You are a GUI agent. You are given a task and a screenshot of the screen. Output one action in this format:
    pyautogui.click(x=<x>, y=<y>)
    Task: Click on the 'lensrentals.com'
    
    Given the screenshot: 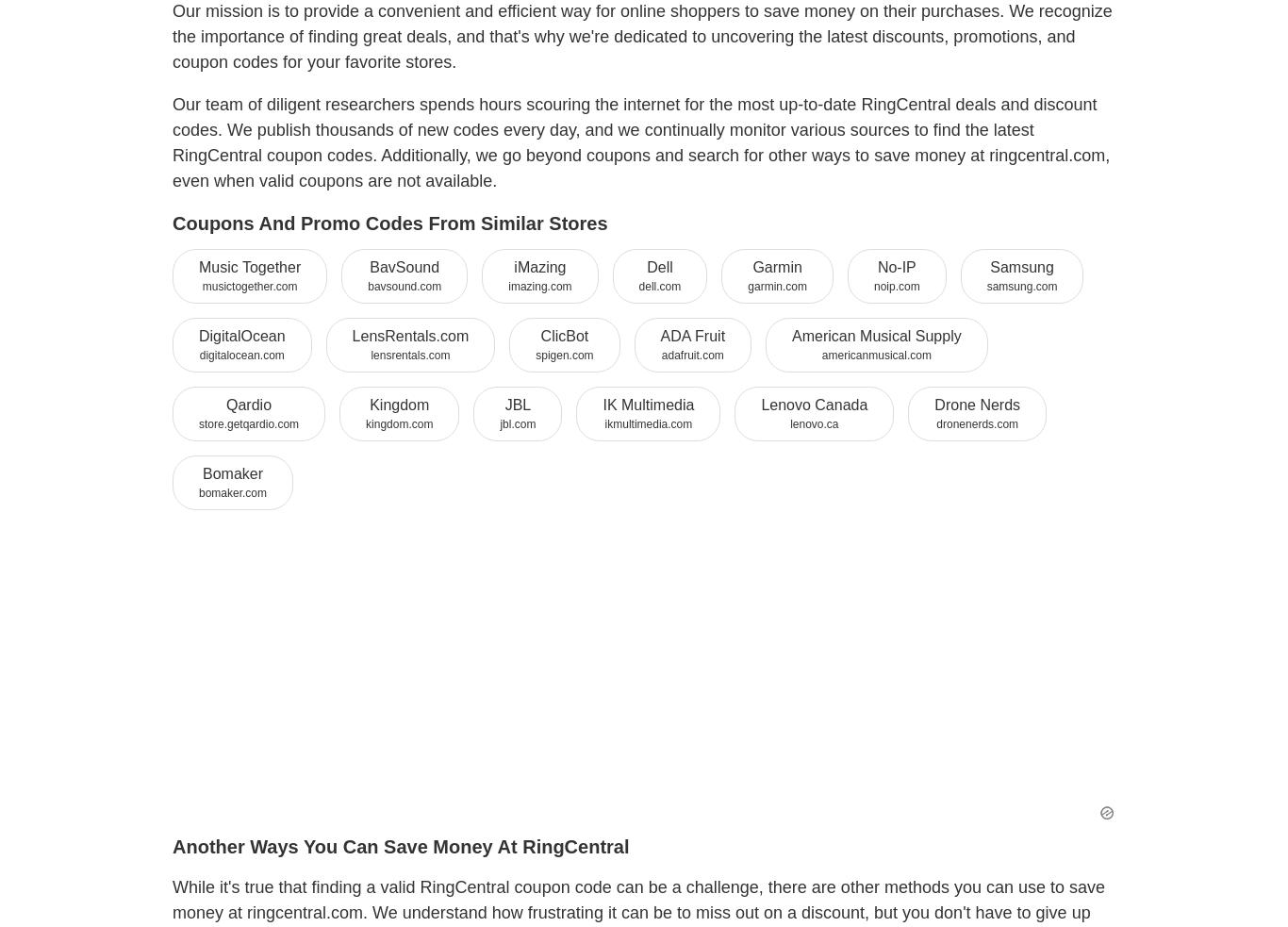 What is the action you would take?
    pyautogui.click(x=408, y=353)
    